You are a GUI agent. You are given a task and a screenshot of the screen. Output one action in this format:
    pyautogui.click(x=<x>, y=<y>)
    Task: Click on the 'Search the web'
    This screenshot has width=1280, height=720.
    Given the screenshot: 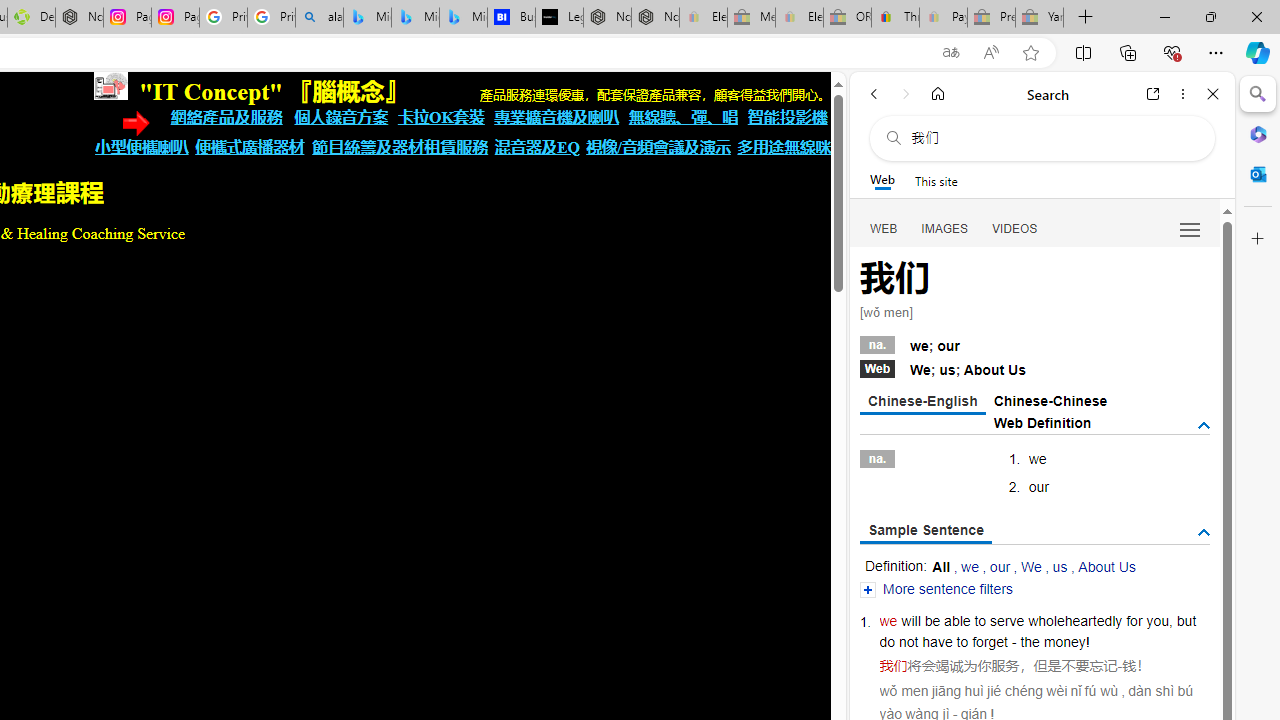 What is the action you would take?
    pyautogui.click(x=1051, y=137)
    